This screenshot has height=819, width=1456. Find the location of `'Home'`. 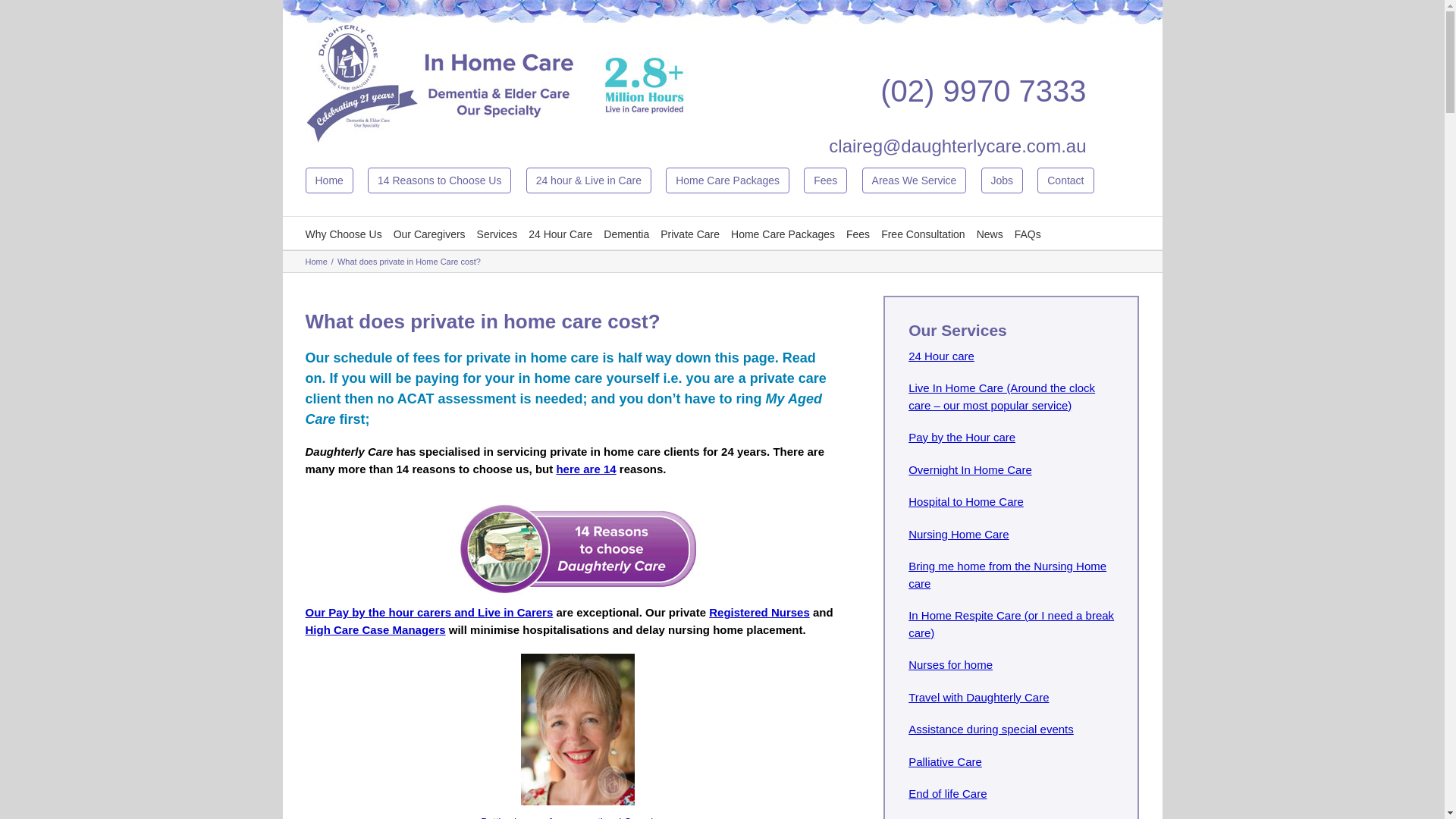

'Home' is located at coordinates (315, 260).